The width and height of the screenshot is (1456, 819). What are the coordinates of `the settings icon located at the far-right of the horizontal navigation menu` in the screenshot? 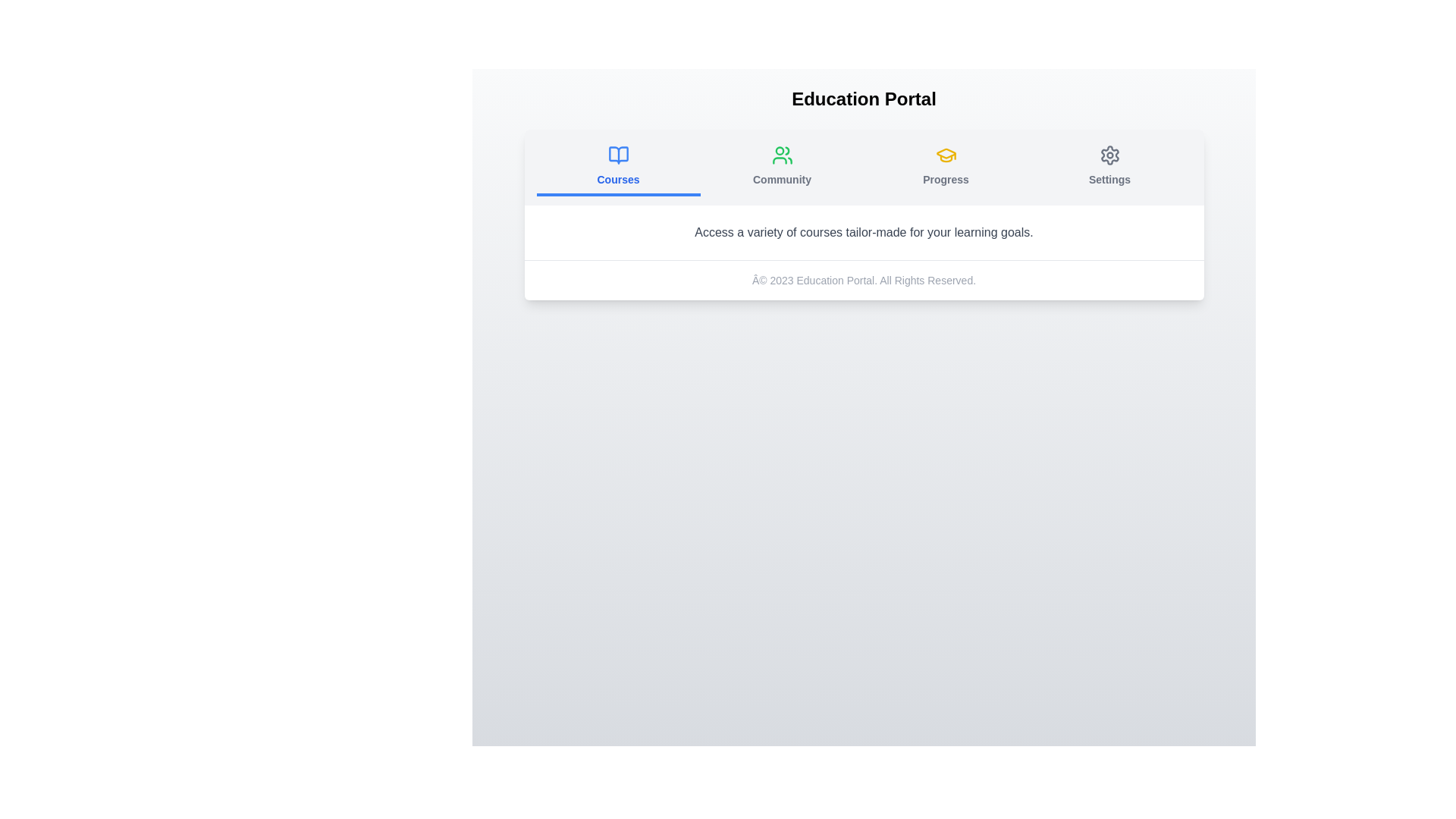 It's located at (1109, 155).